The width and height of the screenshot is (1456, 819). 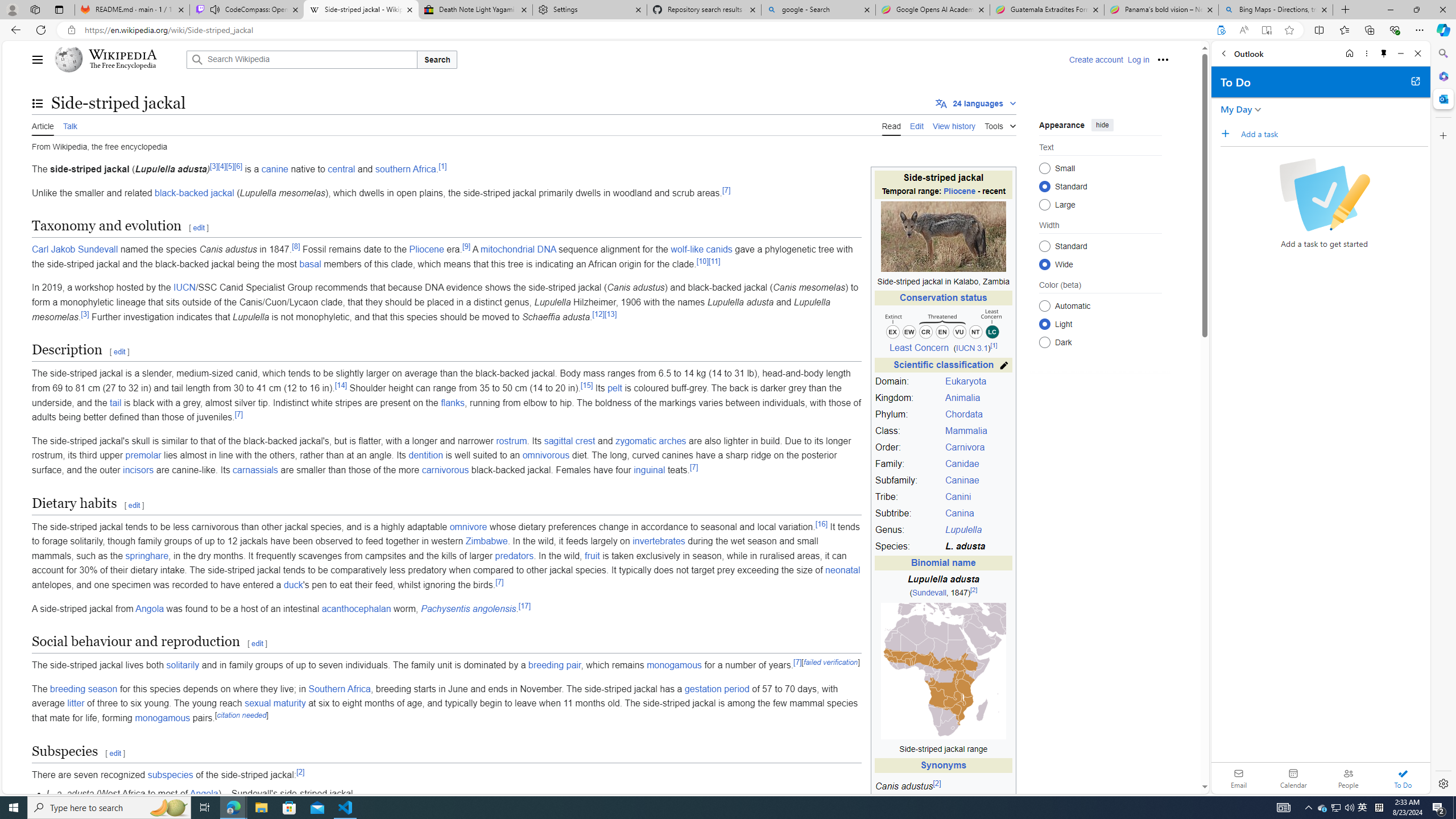 I want to click on 'sexual maturity', so click(x=274, y=703).